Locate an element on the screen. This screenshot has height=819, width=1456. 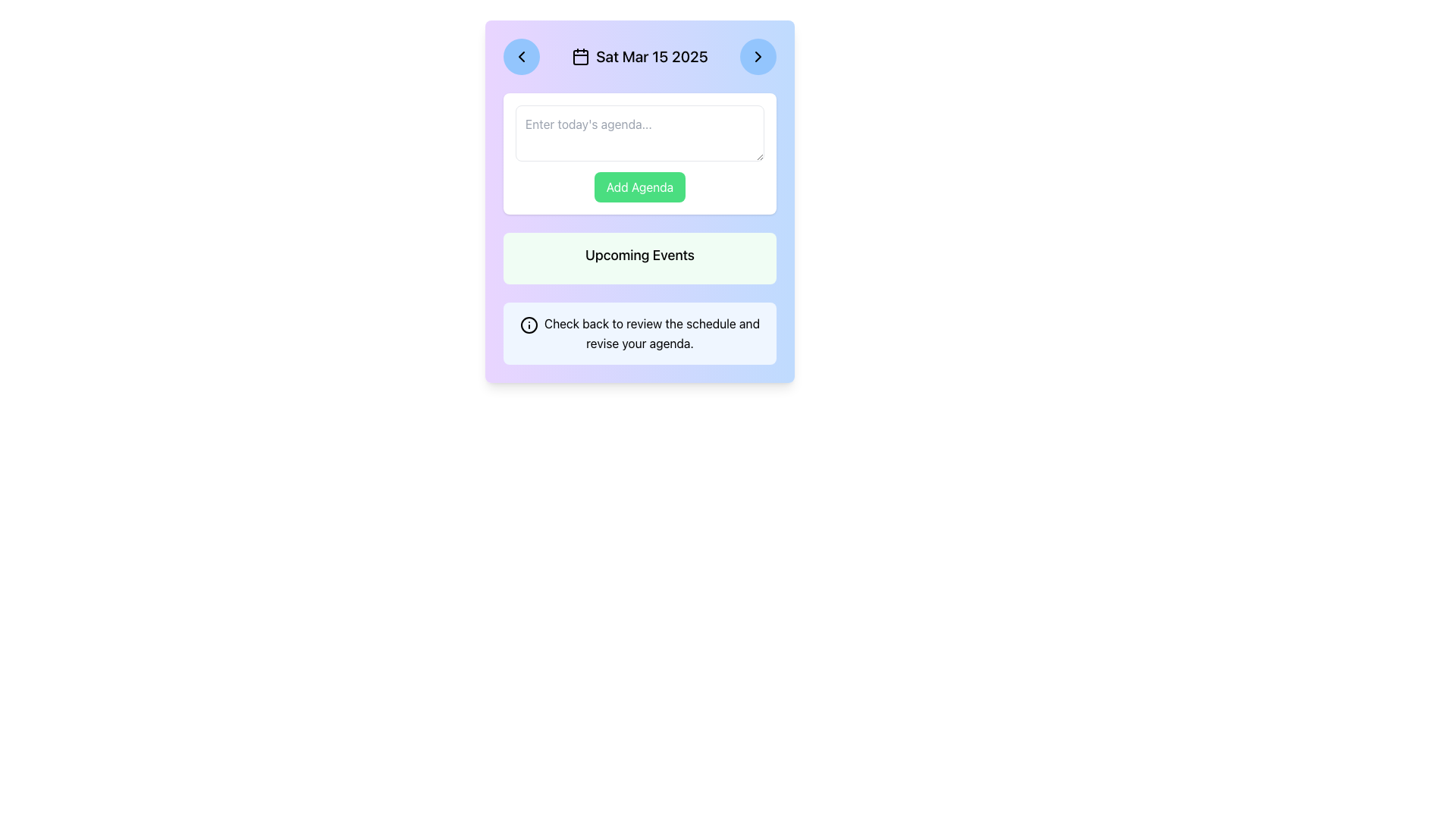
the decorative calendar icon located in the header section, to the left of the date text 'Sat Mar 15 2025' is located at coordinates (580, 55).